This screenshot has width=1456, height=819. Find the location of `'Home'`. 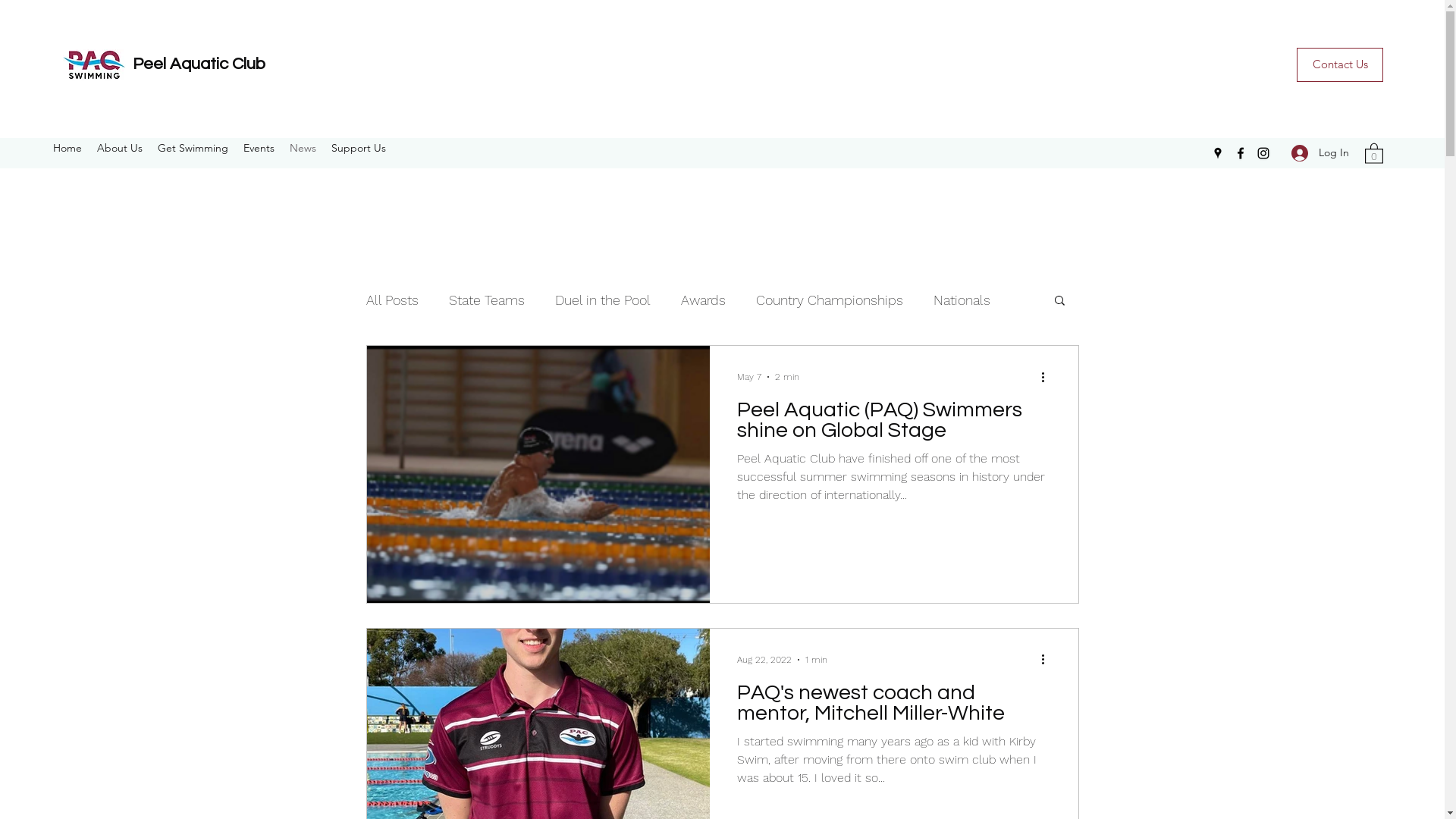

'Home' is located at coordinates (45, 148).